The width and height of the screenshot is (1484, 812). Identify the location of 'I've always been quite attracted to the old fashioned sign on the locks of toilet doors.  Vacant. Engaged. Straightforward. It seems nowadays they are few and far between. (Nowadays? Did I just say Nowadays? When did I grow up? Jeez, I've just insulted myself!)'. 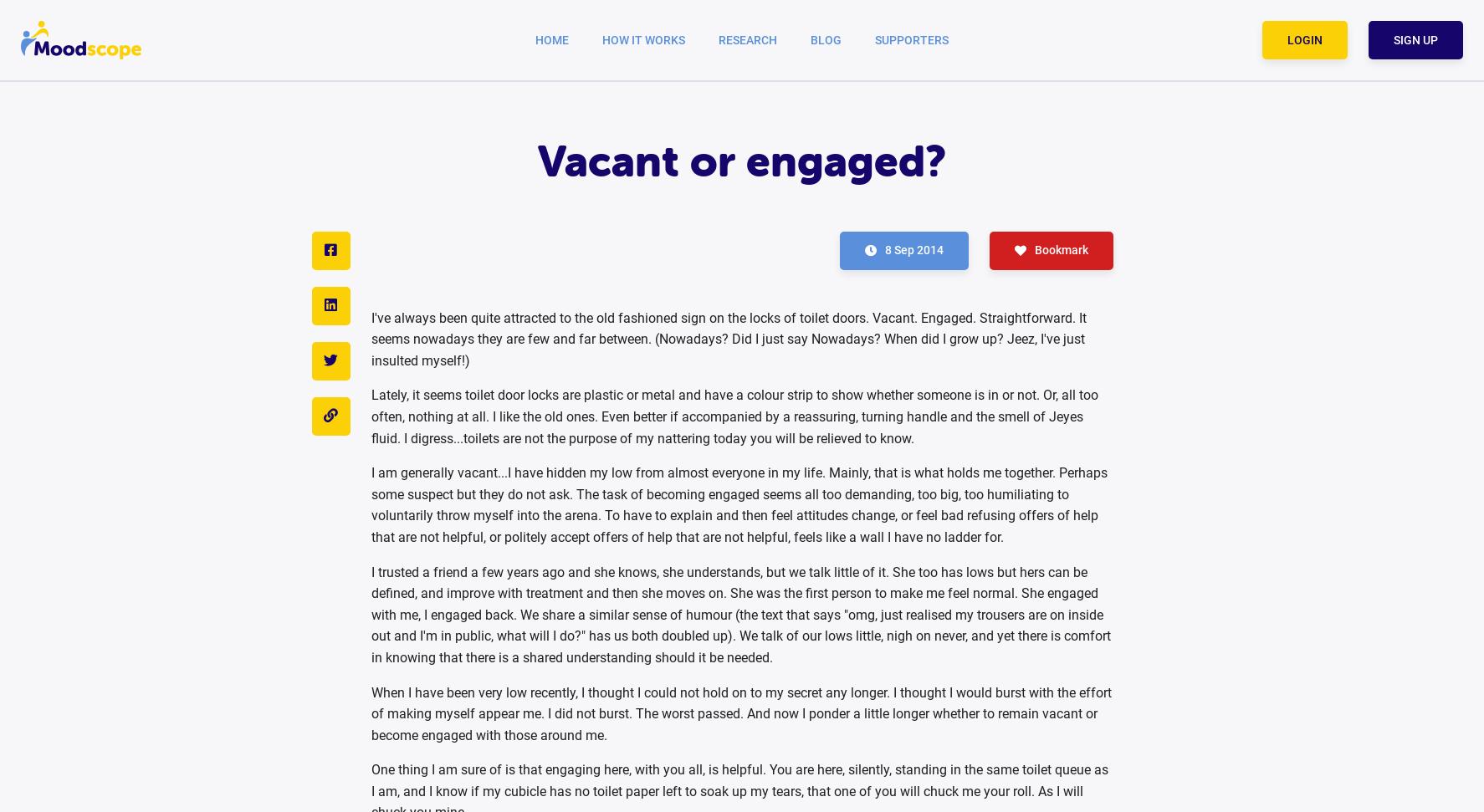
(728, 338).